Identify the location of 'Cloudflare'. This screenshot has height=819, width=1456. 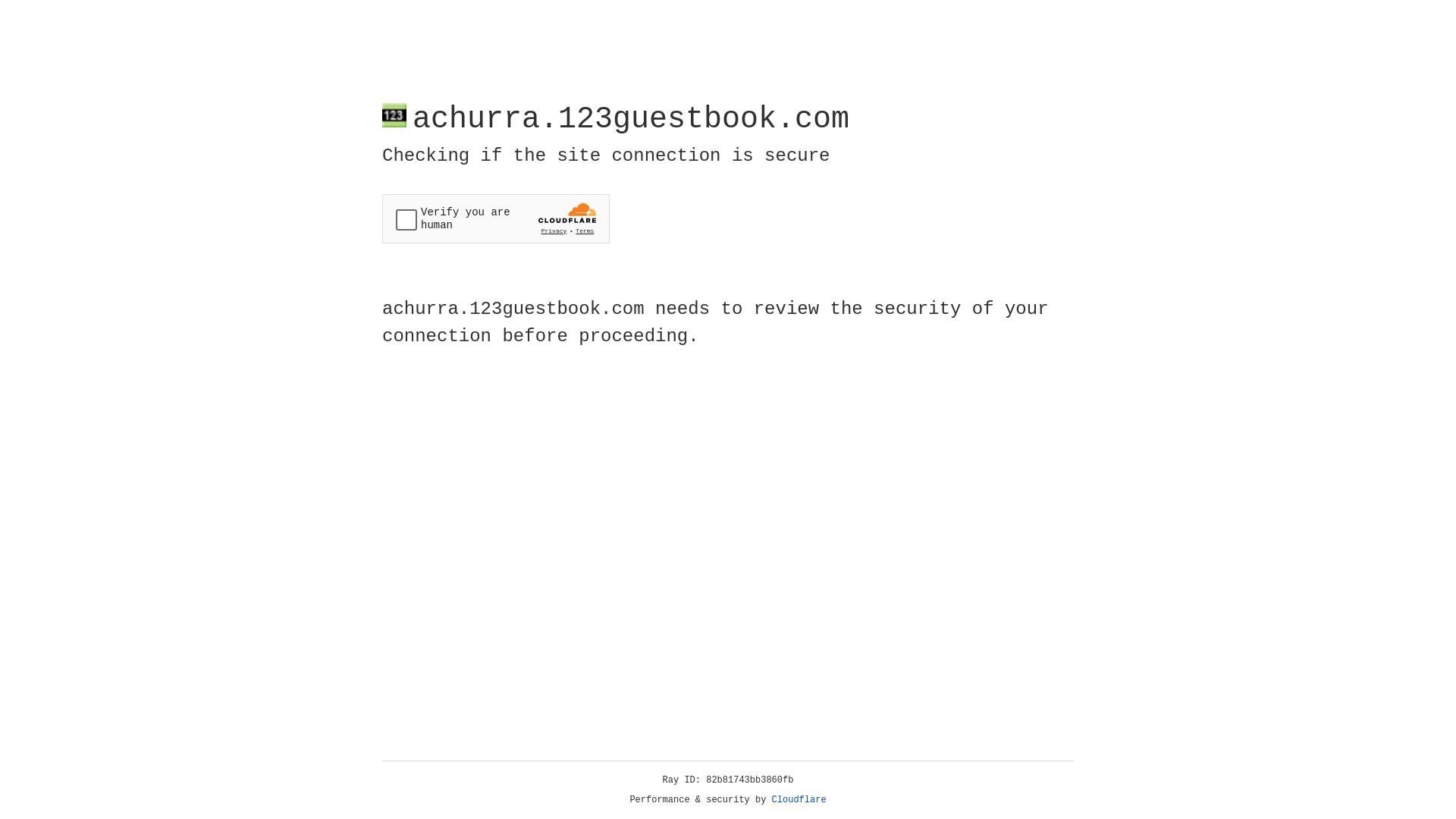
(799, 799).